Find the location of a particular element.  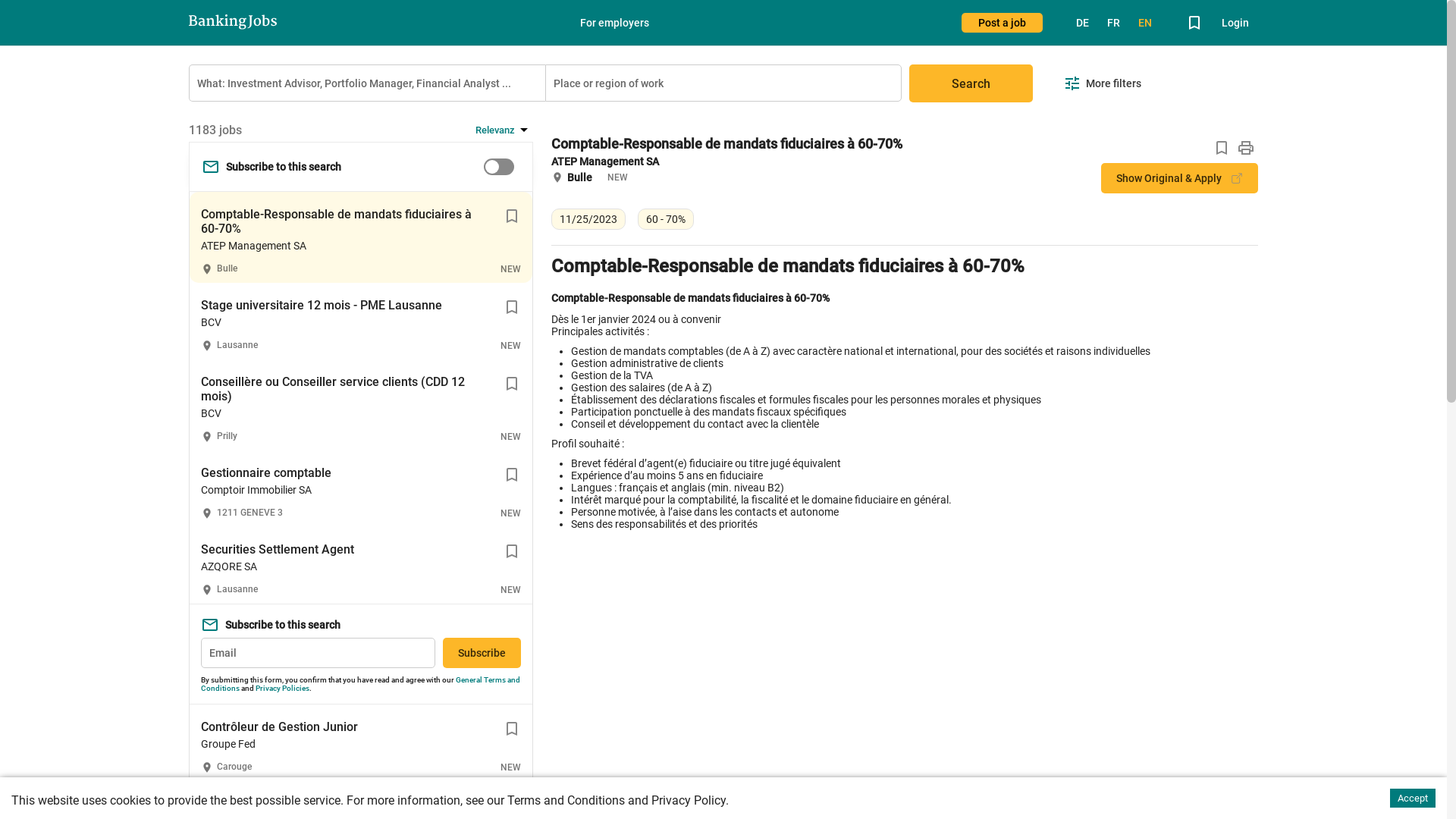

'Securities Settlement Agent' is located at coordinates (199, 549).